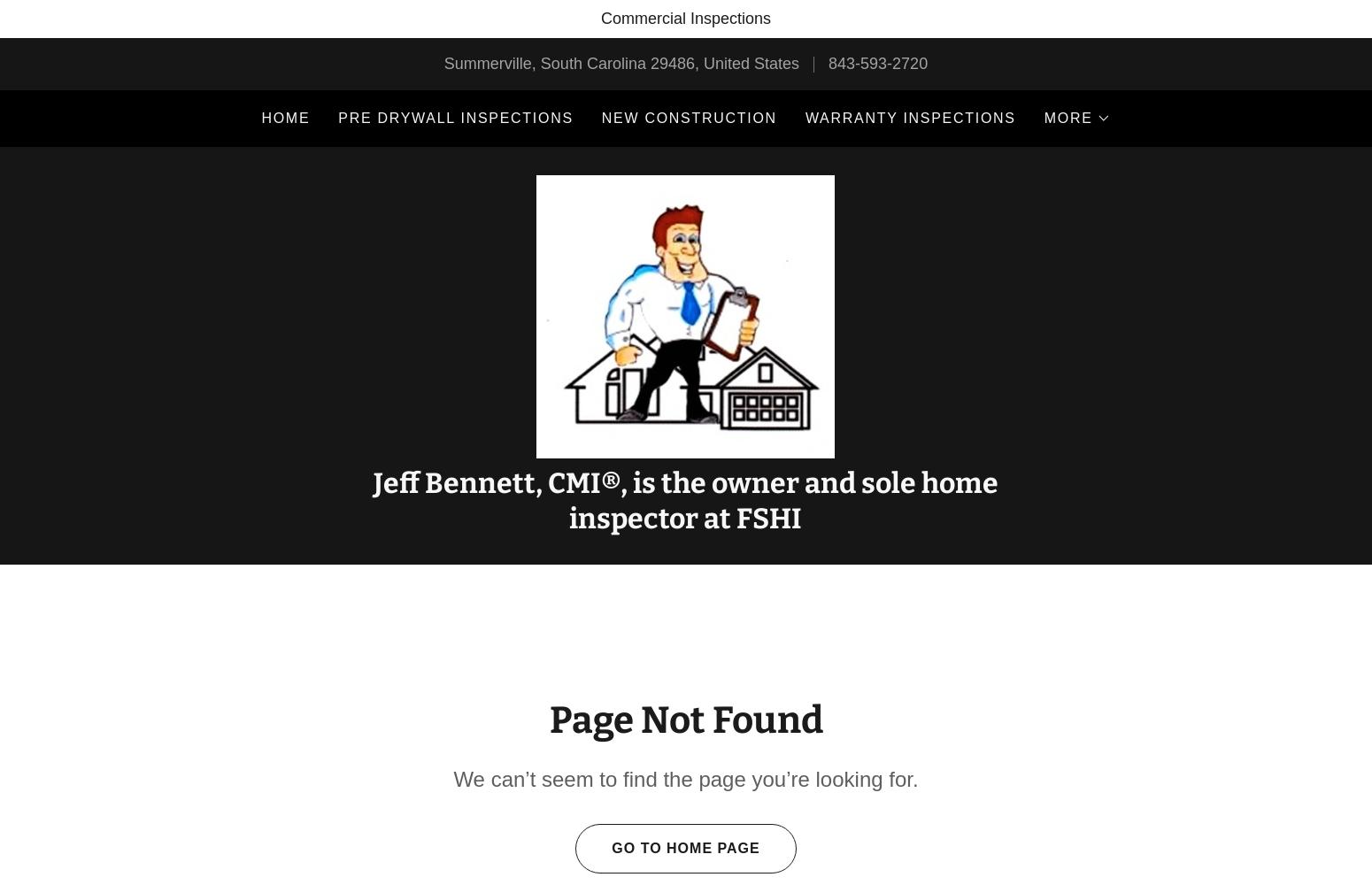 The image size is (1372, 885). What do you see at coordinates (685, 779) in the screenshot?
I see `'We can’t seem to find the page you’re looking for.'` at bounding box center [685, 779].